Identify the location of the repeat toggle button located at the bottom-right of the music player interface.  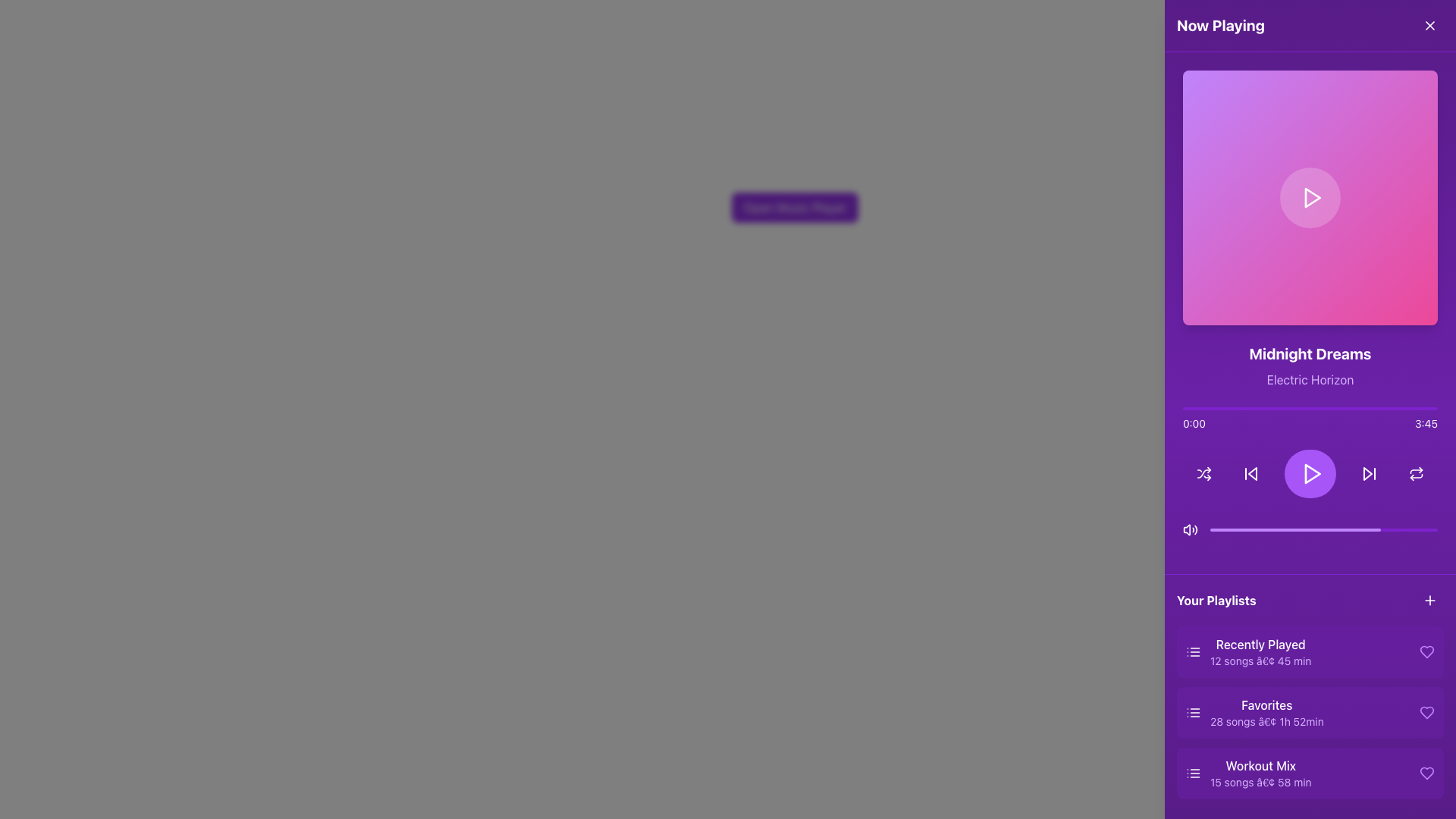
(1415, 472).